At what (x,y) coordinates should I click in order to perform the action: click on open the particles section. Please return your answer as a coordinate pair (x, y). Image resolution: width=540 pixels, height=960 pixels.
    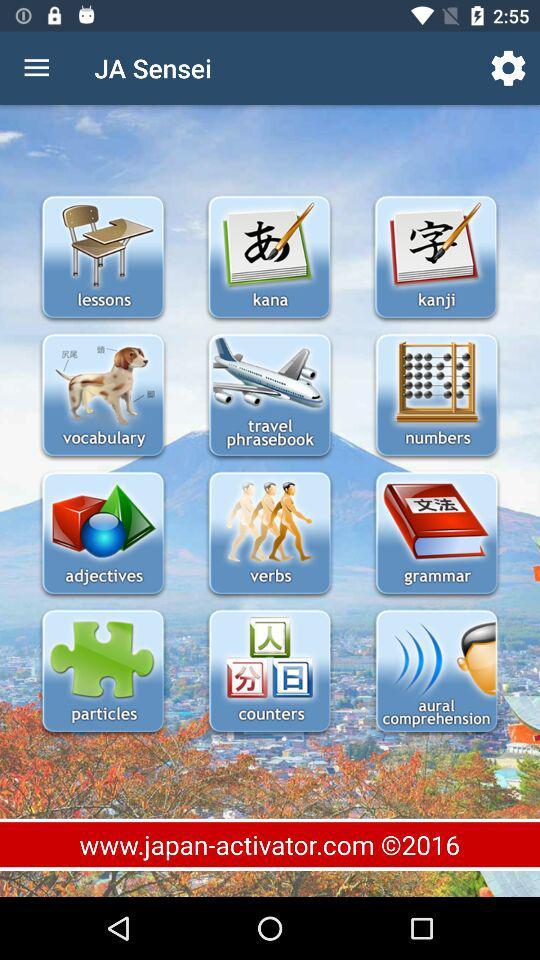
    Looking at the image, I should click on (103, 673).